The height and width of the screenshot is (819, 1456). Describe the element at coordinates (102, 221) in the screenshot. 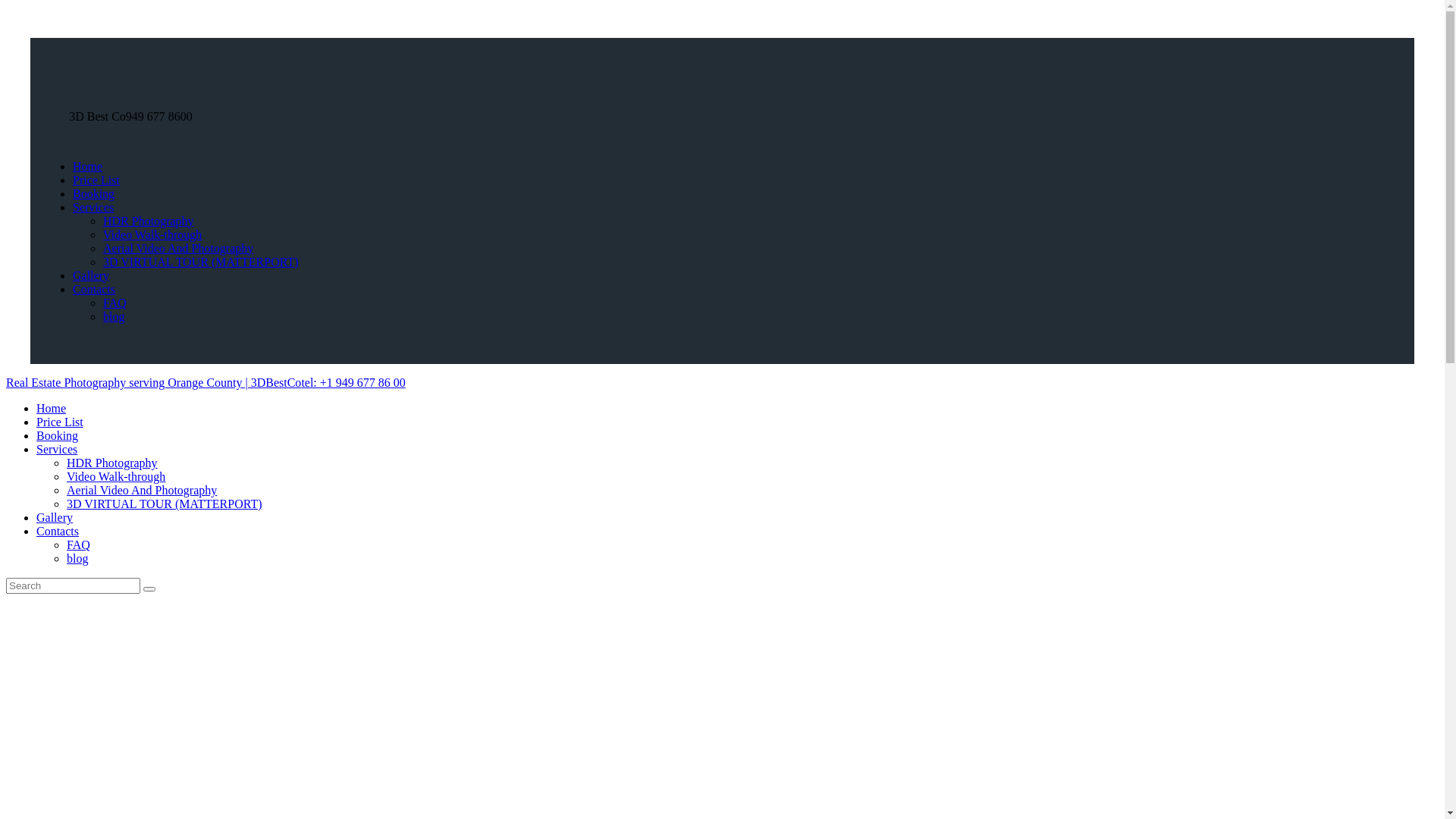

I see `'HDR Photography'` at that location.